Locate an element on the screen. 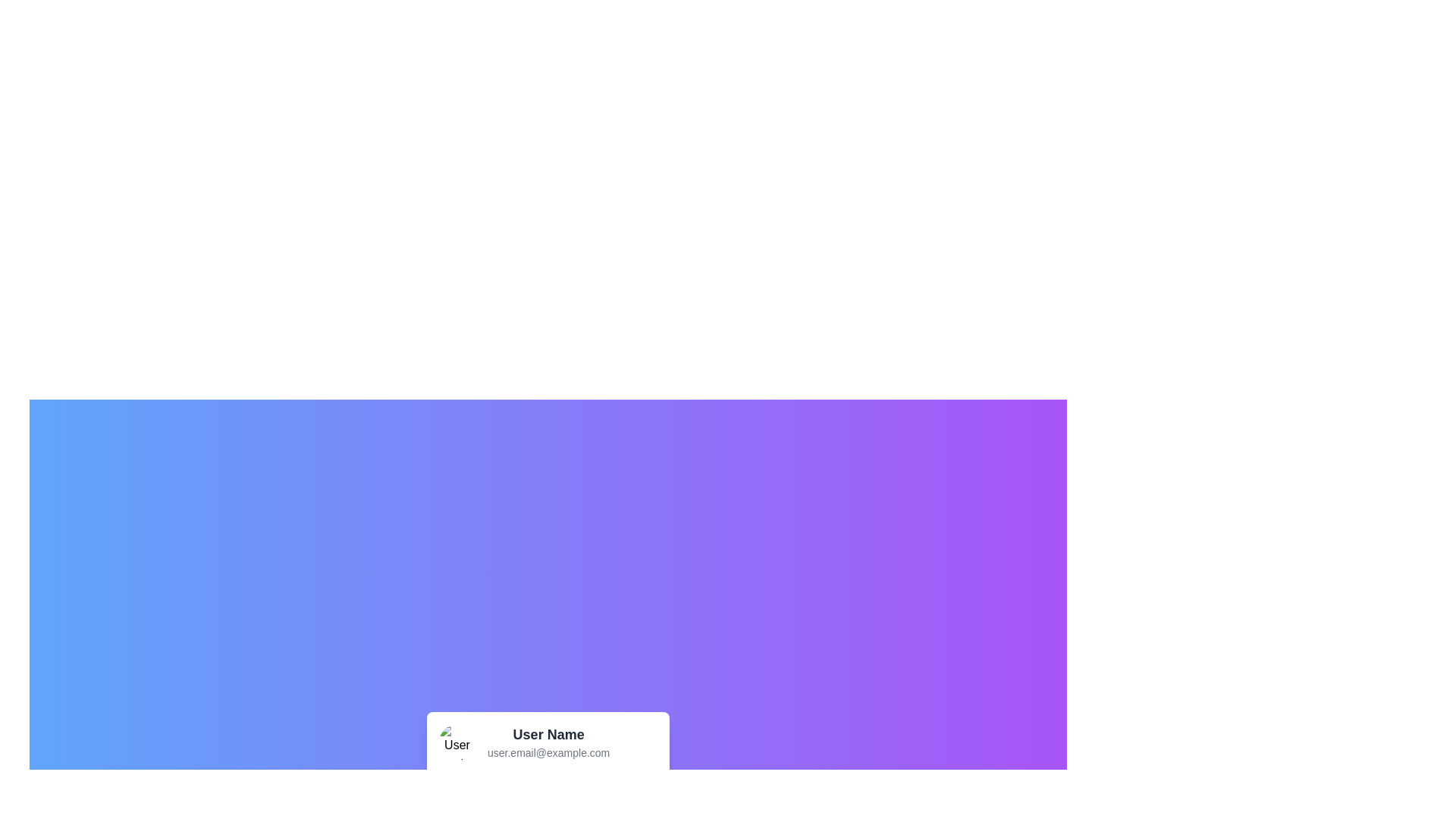 The height and width of the screenshot is (819, 1456). the email address displayed in the Profile Summary Area to copy it or open an email application is located at coordinates (548, 742).